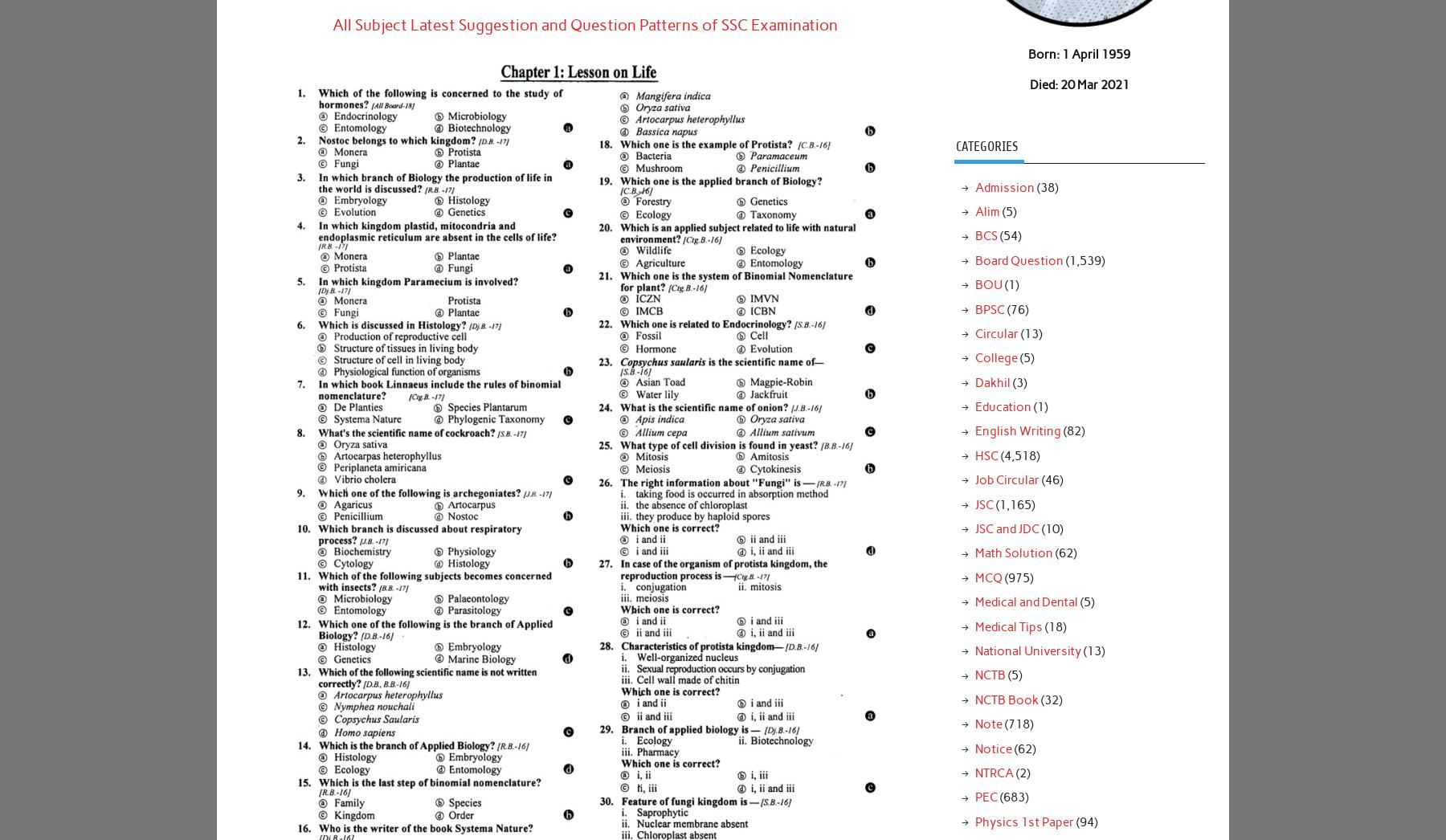 The height and width of the screenshot is (840, 1446). What do you see at coordinates (1012, 796) in the screenshot?
I see `'(683)'` at bounding box center [1012, 796].